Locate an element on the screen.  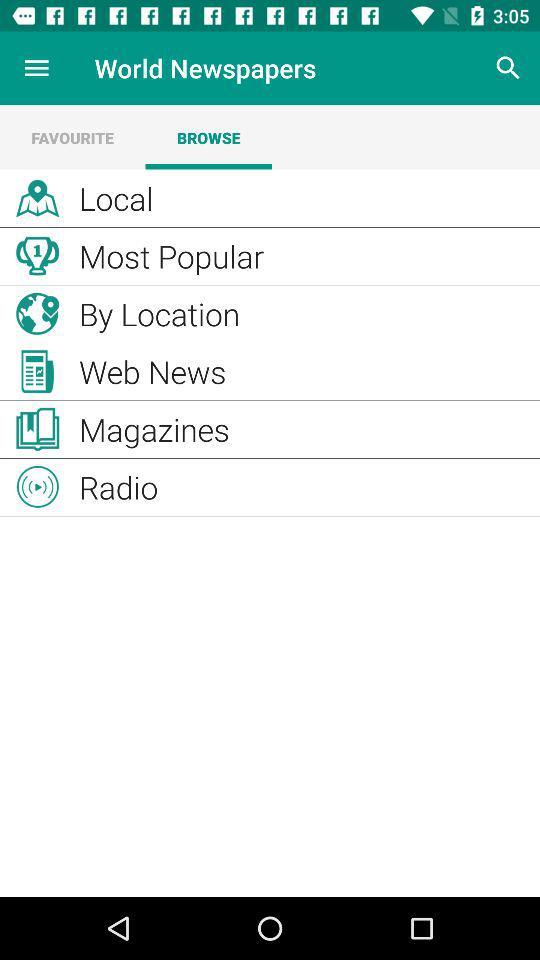
search is located at coordinates (508, 68).